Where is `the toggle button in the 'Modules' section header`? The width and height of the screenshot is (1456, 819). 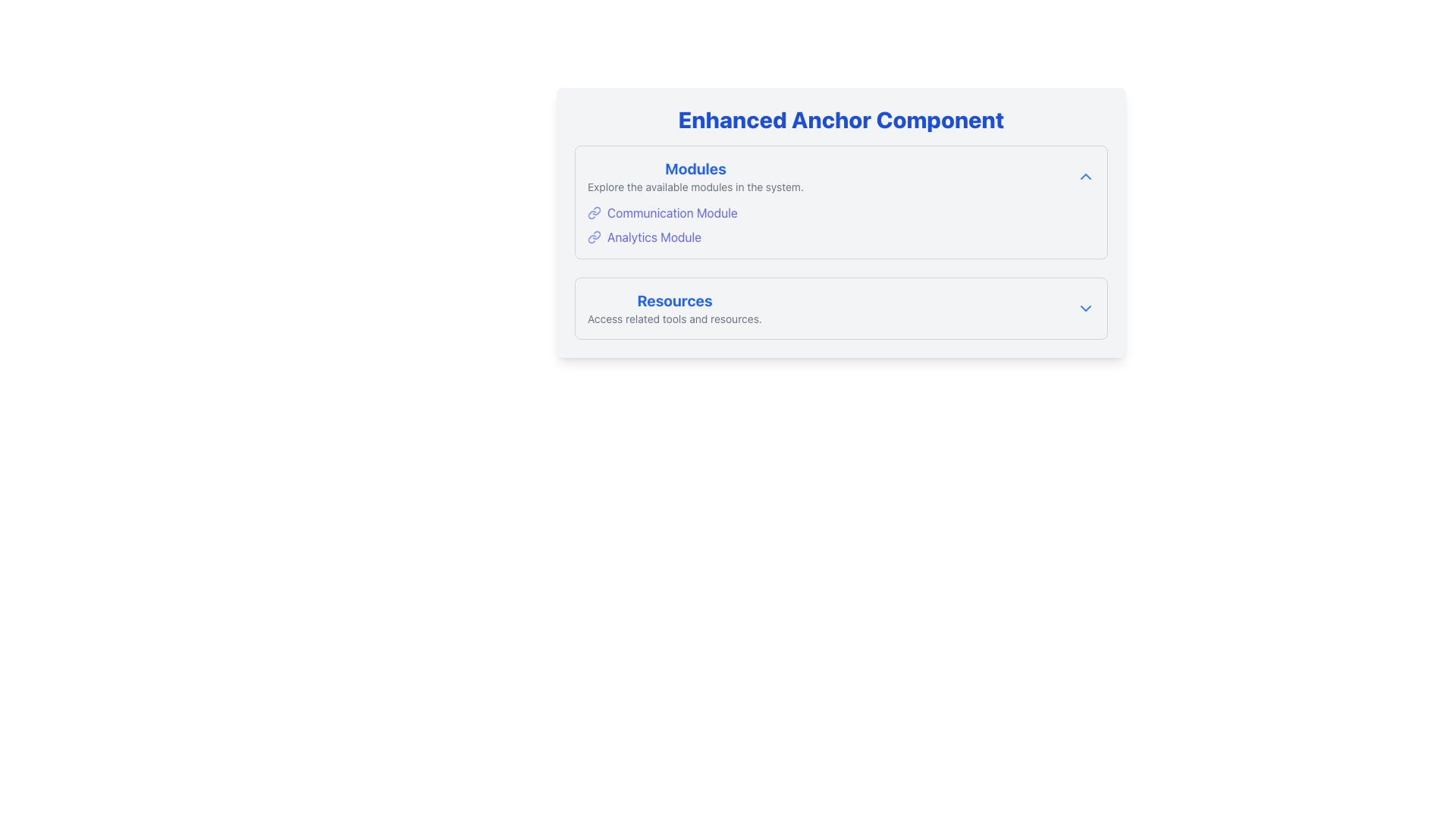 the toggle button in the 'Modules' section header is located at coordinates (1084, 175).